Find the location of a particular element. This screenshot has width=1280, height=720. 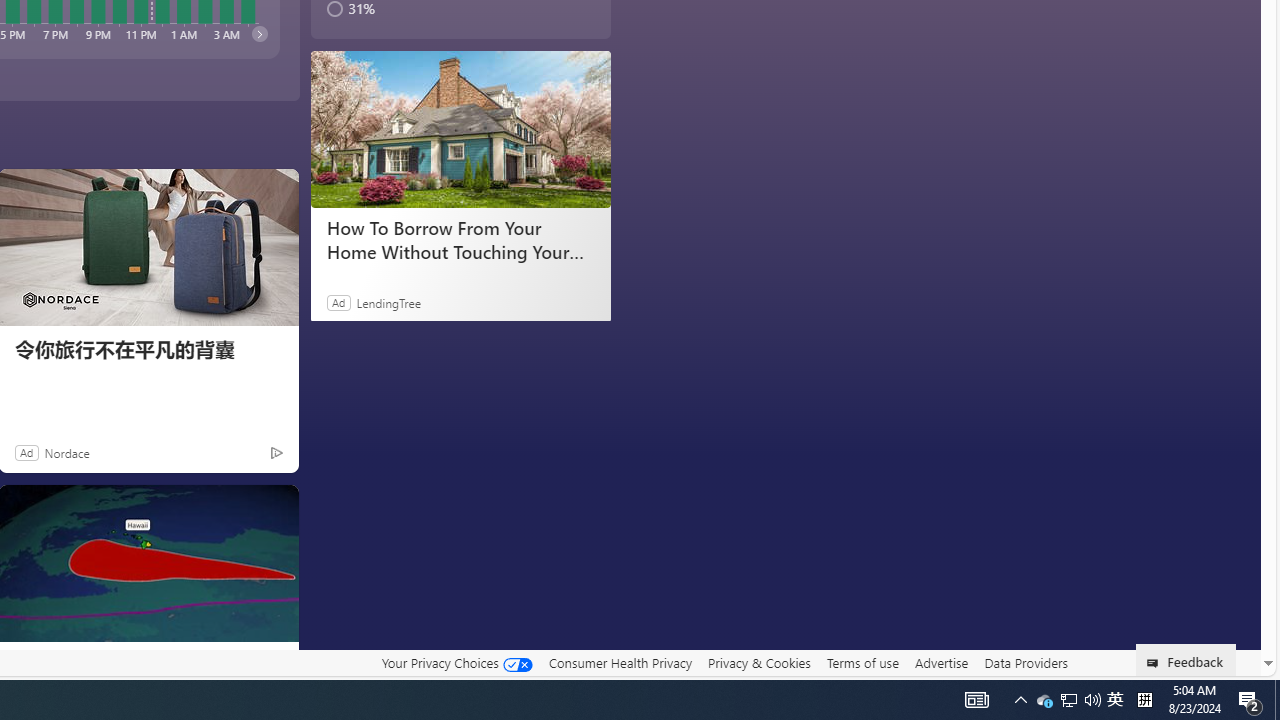

'Advertise' is located at coordinates (940, 663).